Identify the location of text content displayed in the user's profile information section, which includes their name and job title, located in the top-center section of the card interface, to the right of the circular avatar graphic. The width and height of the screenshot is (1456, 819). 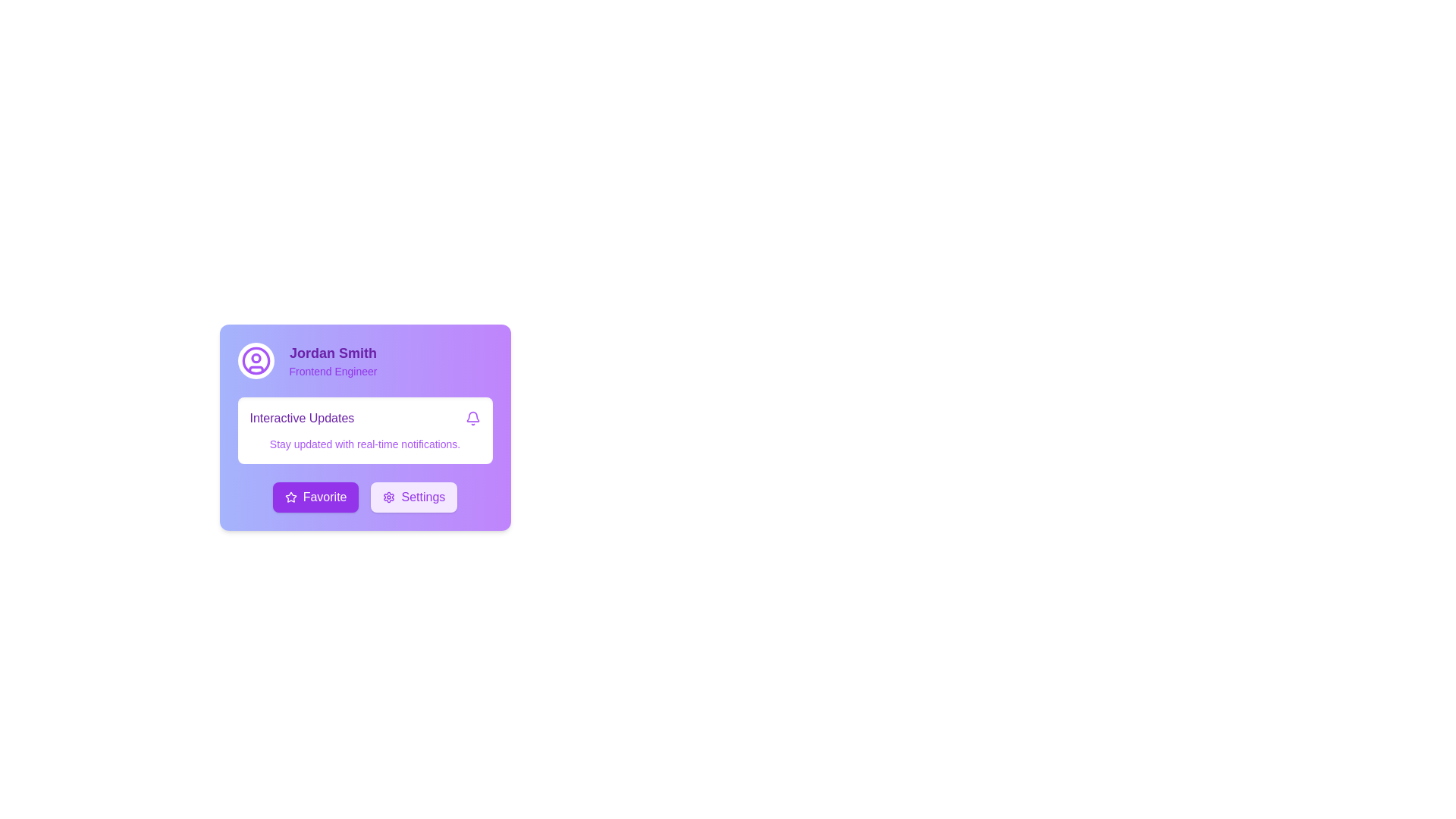
(332, 360).